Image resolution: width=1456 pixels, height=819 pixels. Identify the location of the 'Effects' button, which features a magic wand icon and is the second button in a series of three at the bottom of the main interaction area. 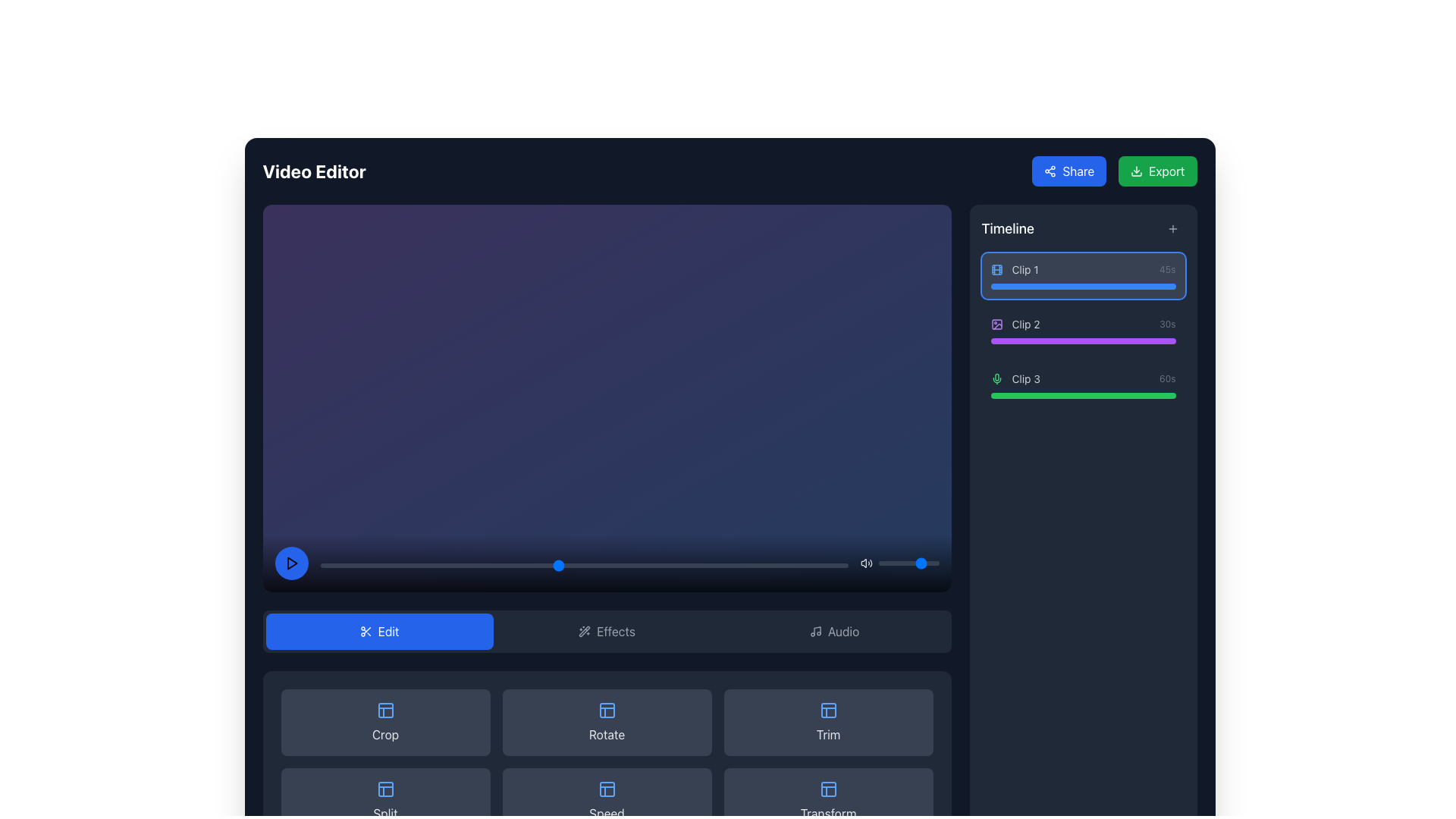
(607, 631).